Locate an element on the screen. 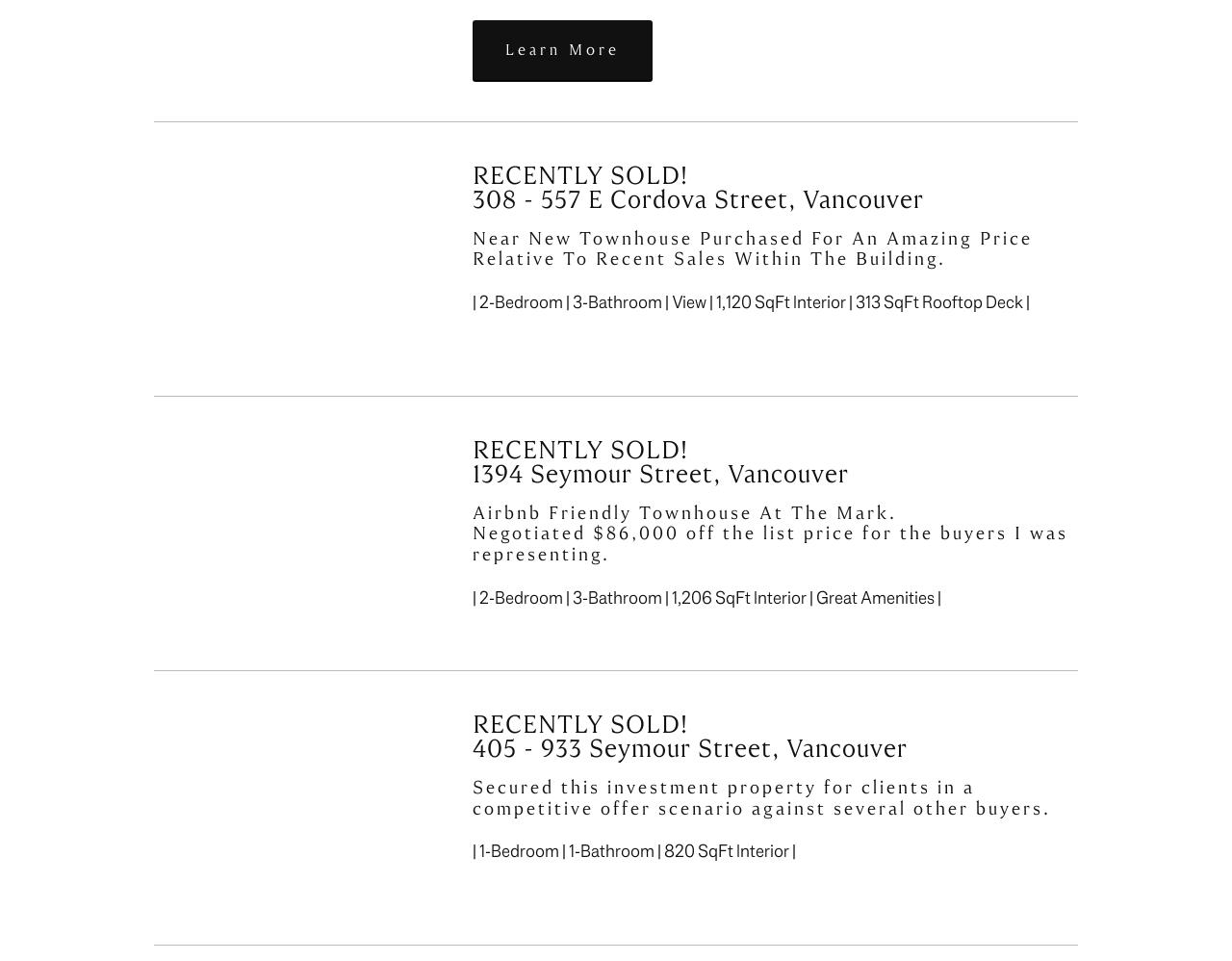 This screenshot has width=1232, height=961. '1394 Seymour Street, Vancouver' is located at coordinates (660, 472).